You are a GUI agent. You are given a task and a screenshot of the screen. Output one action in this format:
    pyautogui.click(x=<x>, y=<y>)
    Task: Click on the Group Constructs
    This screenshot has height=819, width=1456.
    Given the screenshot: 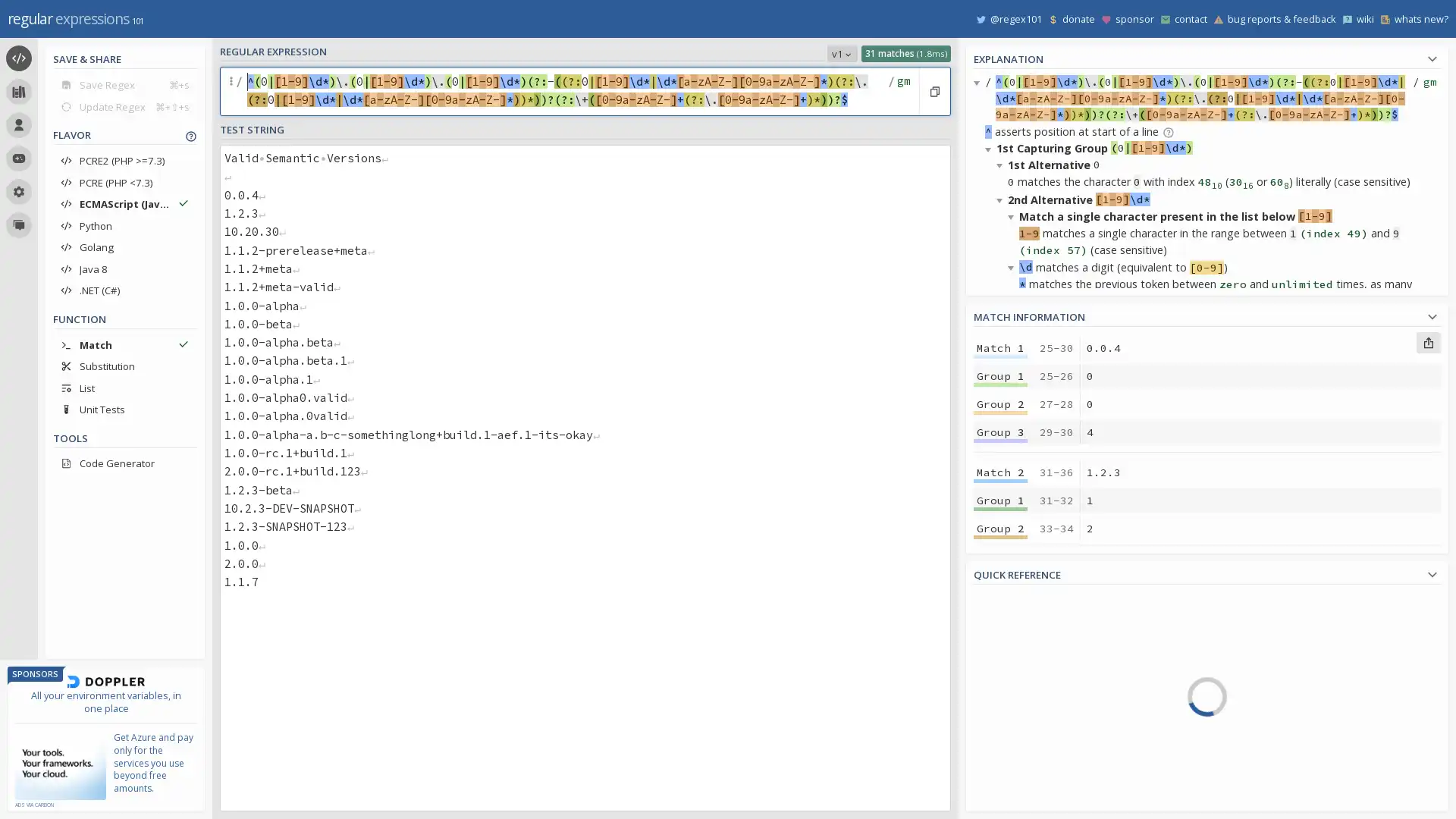 What is the action you would take?
    pyautogui.click(x=1044, y=759)
    